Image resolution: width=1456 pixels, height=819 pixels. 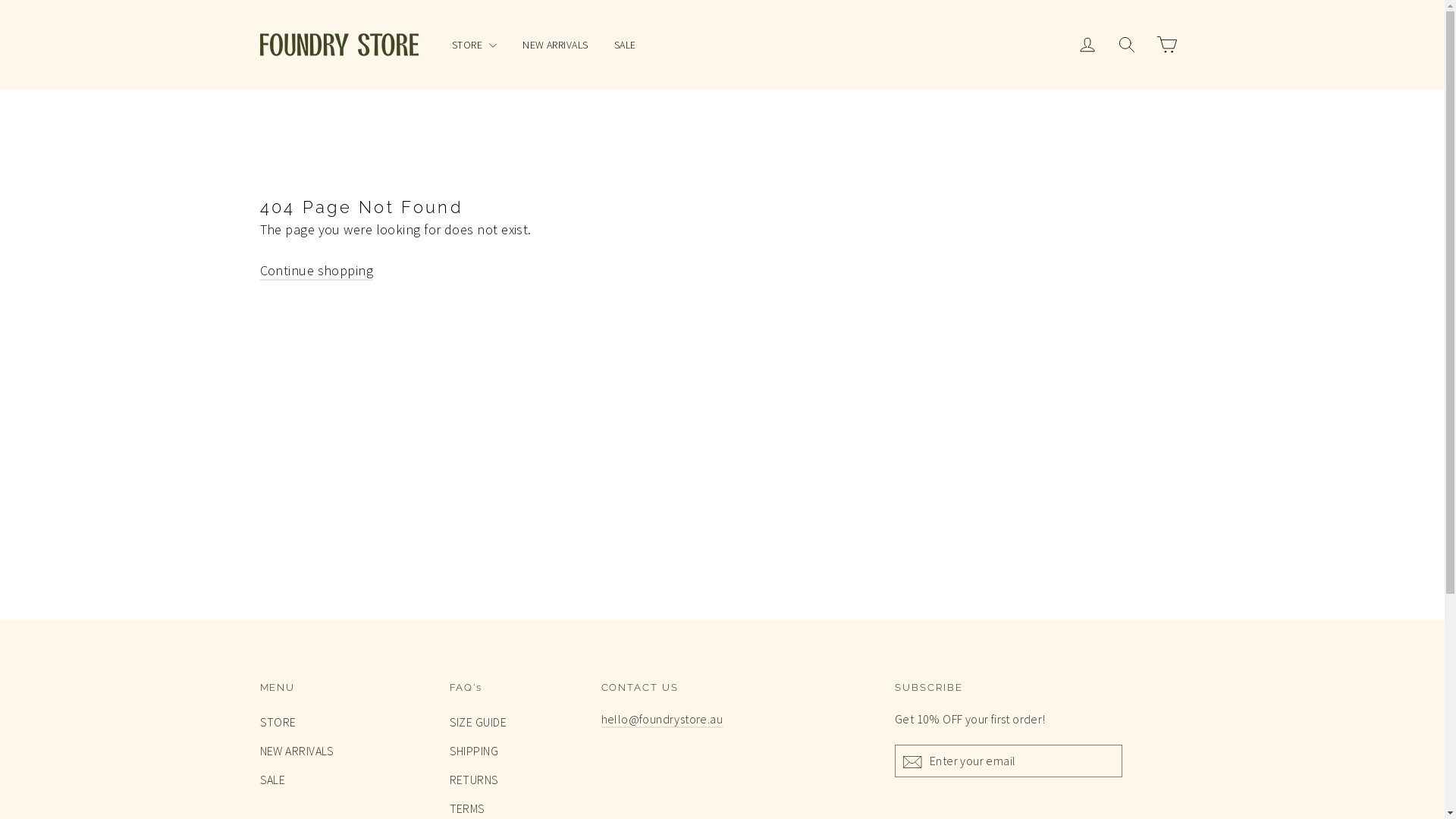 I want to click on 'NEW ARRIVALS', so click(x=341, y=752).